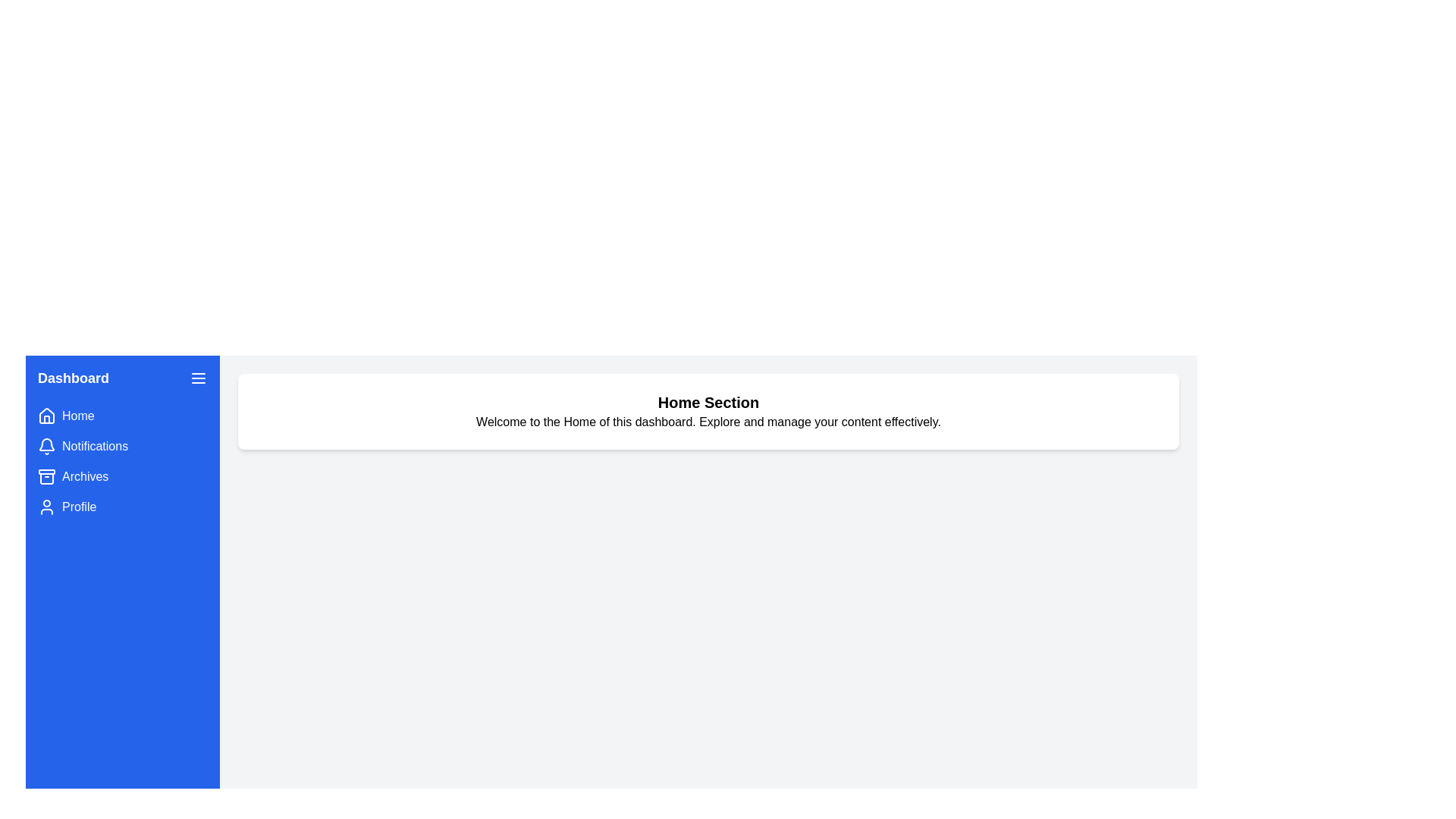 This screenshot has height=819, width=1456. I want to click on the navigational item for Notifications, located in the left-side vertical navigation menu, so click(123, 446).